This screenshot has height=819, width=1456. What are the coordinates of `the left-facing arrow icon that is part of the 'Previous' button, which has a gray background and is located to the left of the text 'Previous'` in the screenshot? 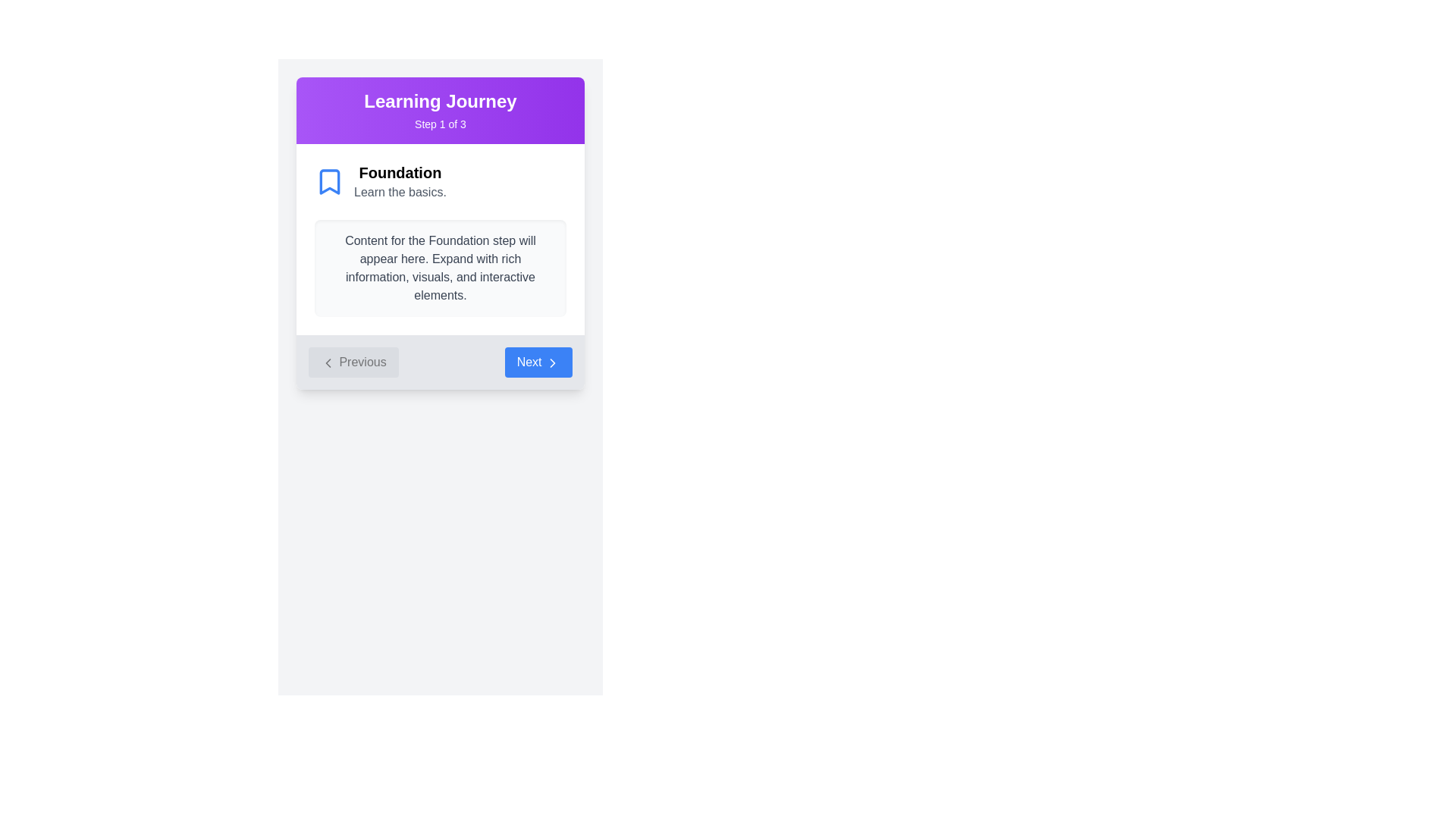 It's located at (327, 362).